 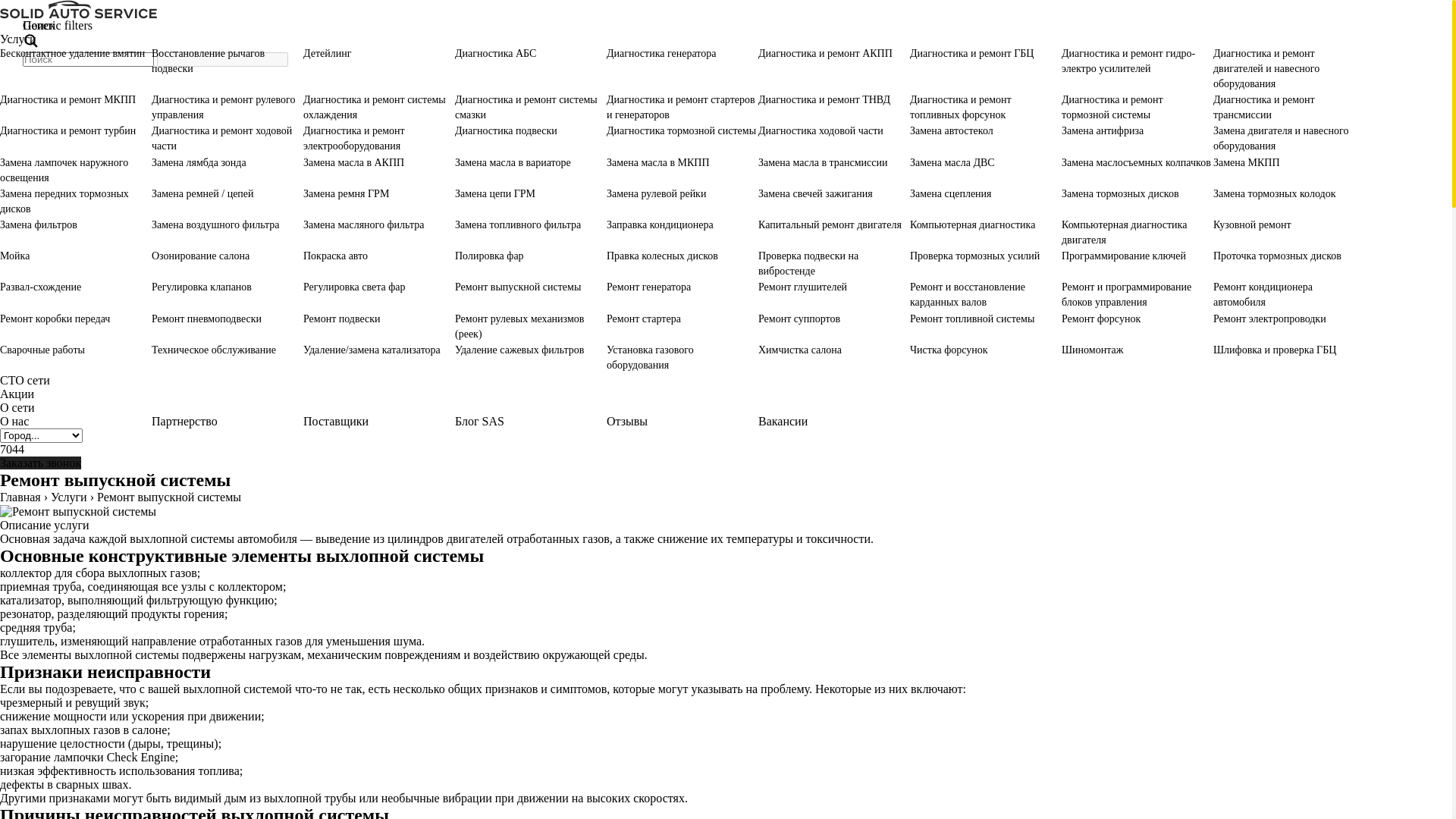 What do you see at coordinates (11, 448) in the screenshot?
I see `'7044'` at bounding box center [11, 448].